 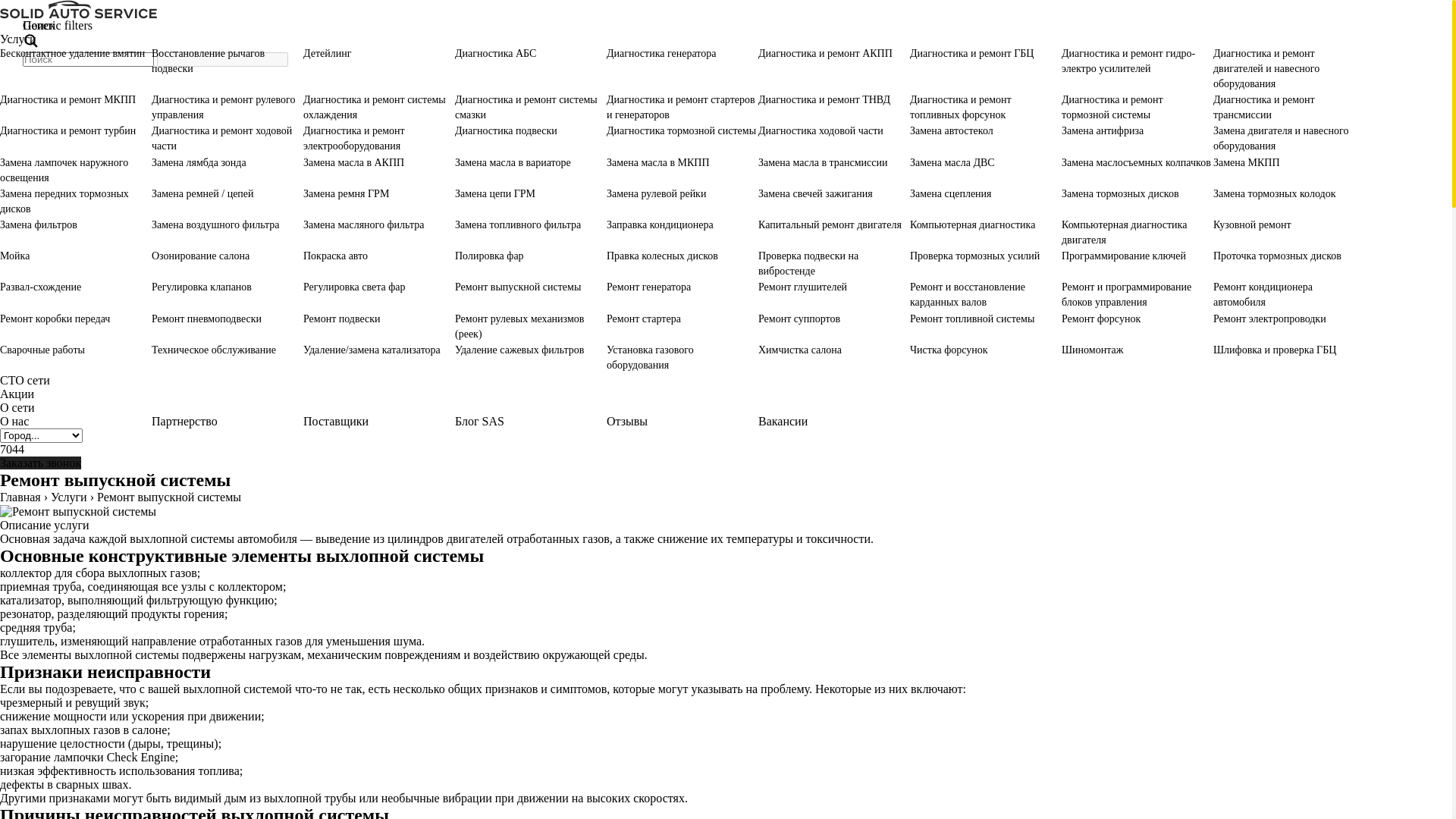 What do you see at coordinates (11, 448) in the screenshot?
I see `'7044'` at bounding box center [11, 448].